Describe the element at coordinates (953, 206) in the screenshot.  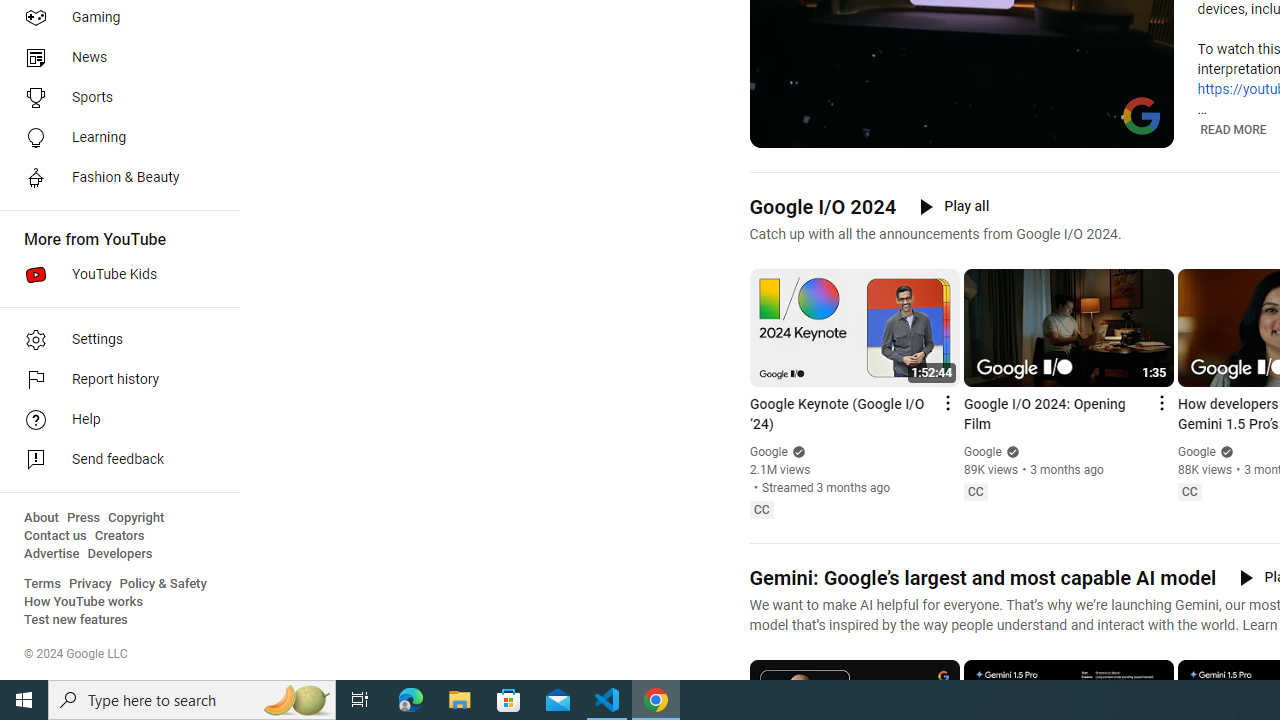
I see `'Play all'` at that location.